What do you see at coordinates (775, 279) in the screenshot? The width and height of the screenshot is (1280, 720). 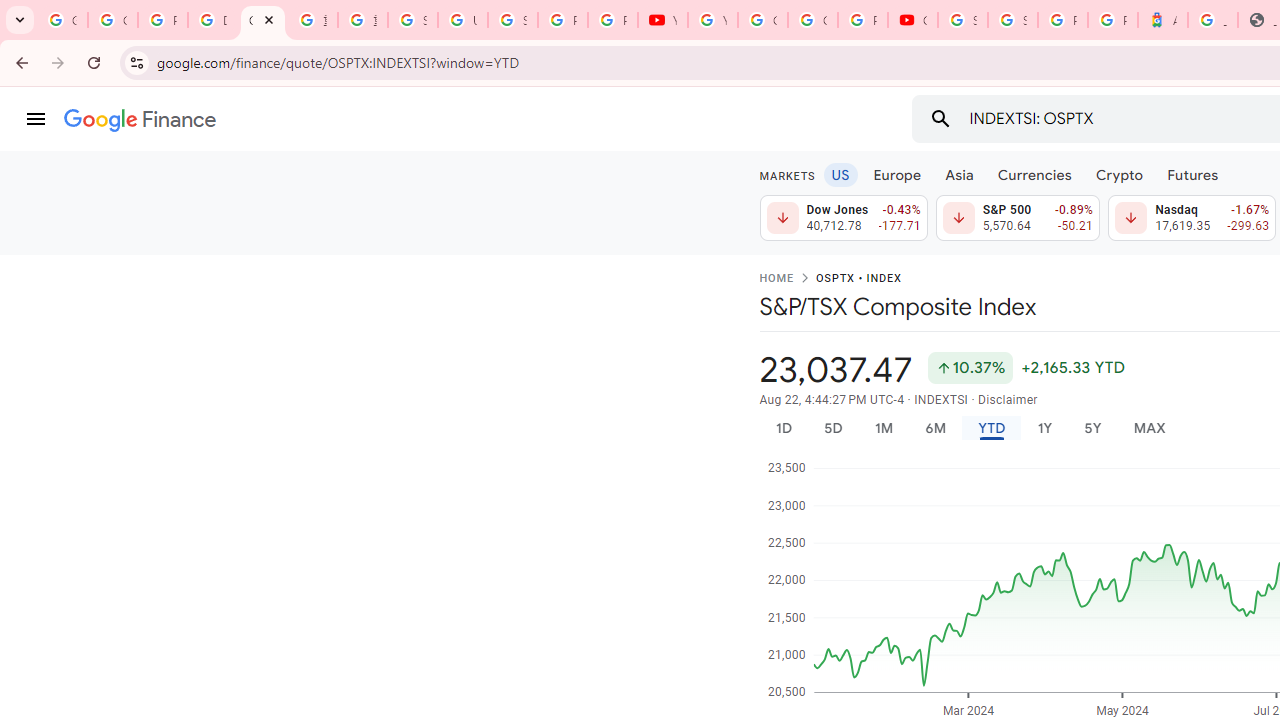 I see `'HOME'` at bounding box center [775, 279].